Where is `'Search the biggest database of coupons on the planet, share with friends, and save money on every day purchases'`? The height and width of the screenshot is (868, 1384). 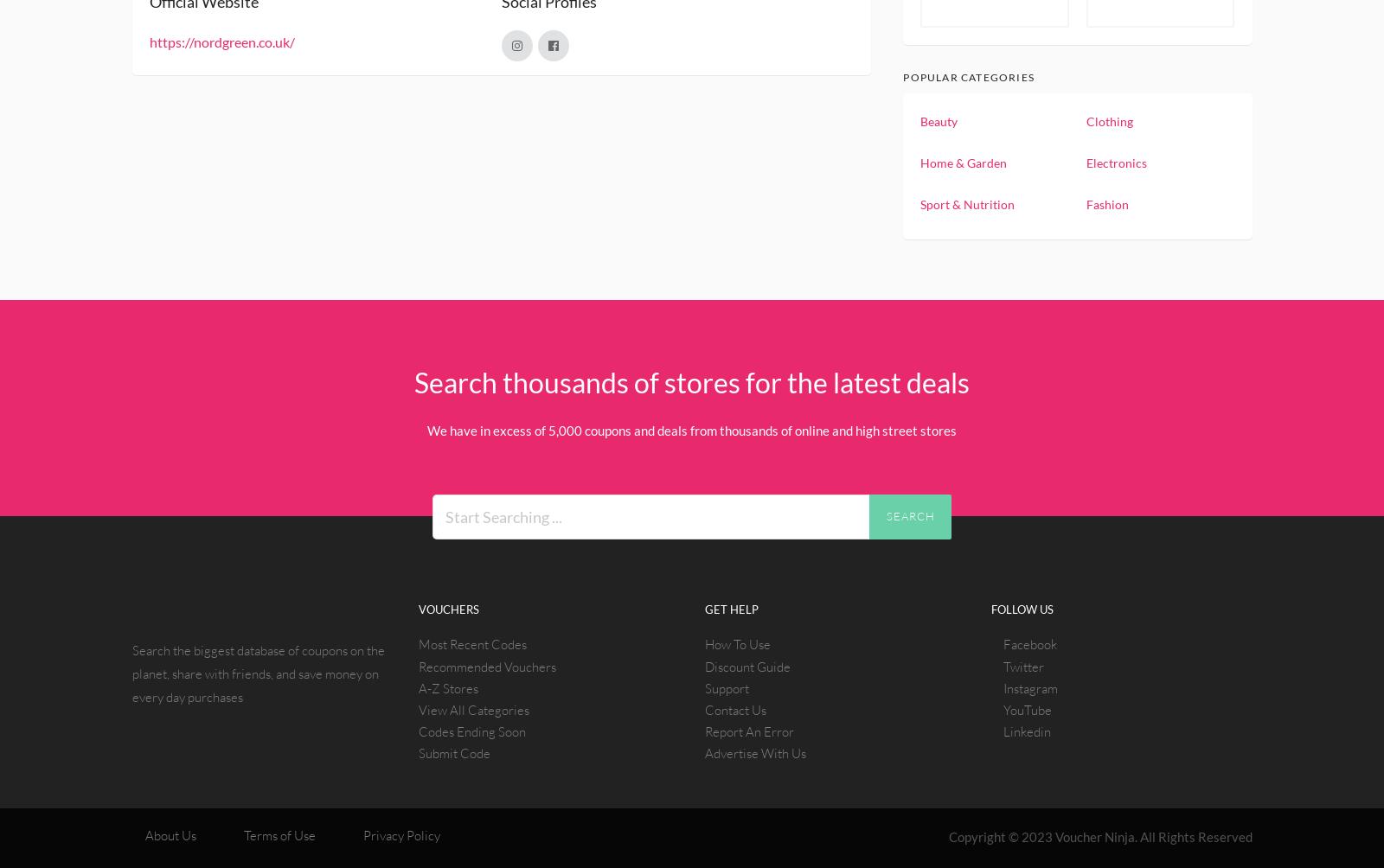
'Search the biggest database of coupons on the planet, share with friends, and save money on every day purchases' is located at coordinates (131, 673).